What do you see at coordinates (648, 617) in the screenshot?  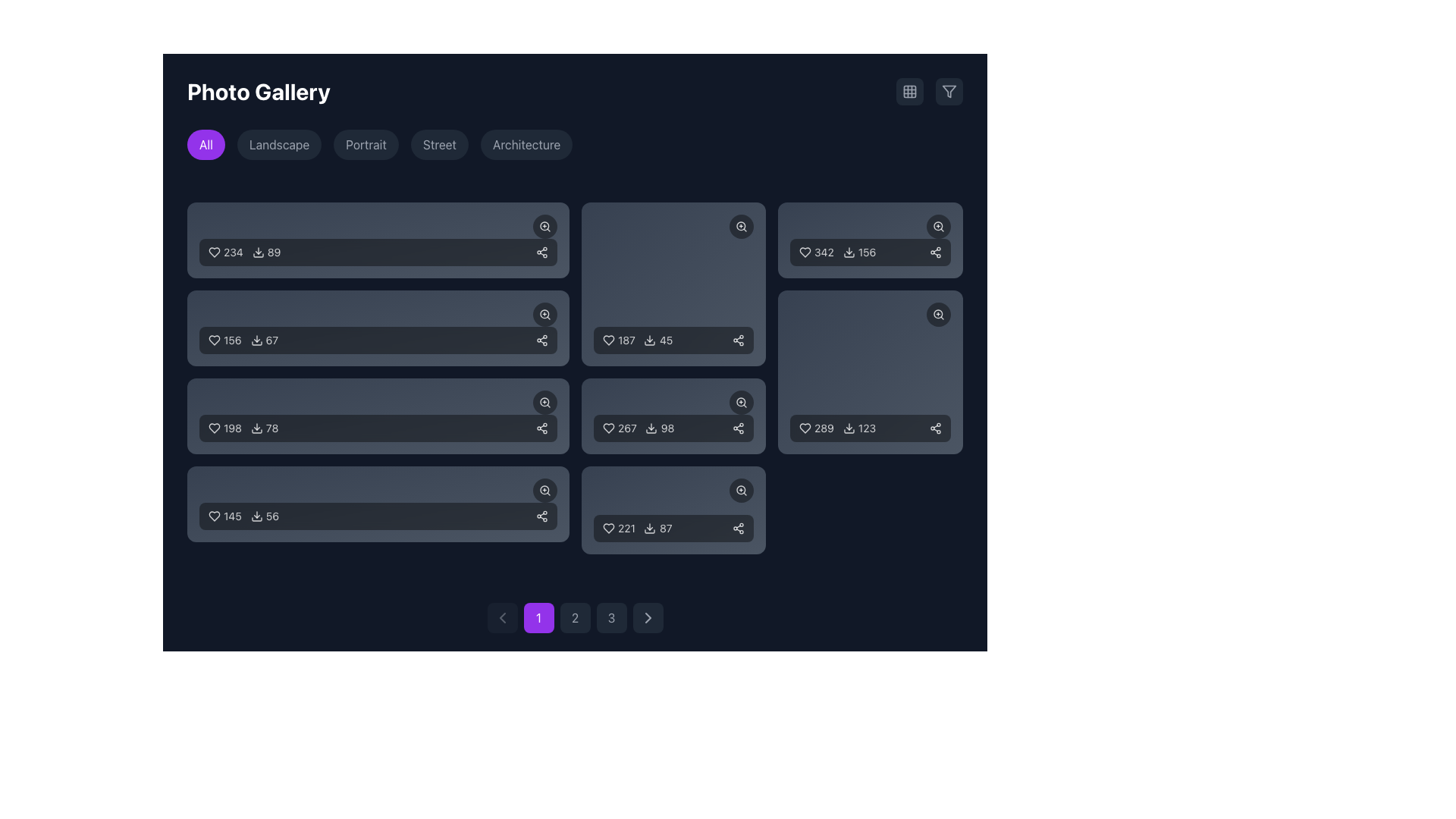 I see `the chevron icon within the button located in the bottom-right corner of the pagination bar` at bounding box center [648, 617].